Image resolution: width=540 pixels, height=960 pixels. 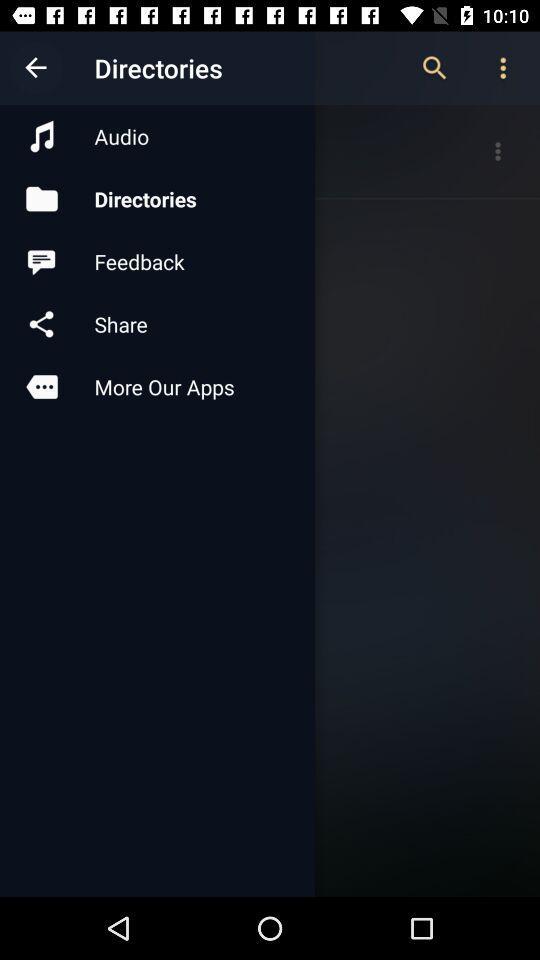 What do you see at coordinates (434, 68) in the screenshot?
I see `item next to audio item` at bounding box center [434, 68].